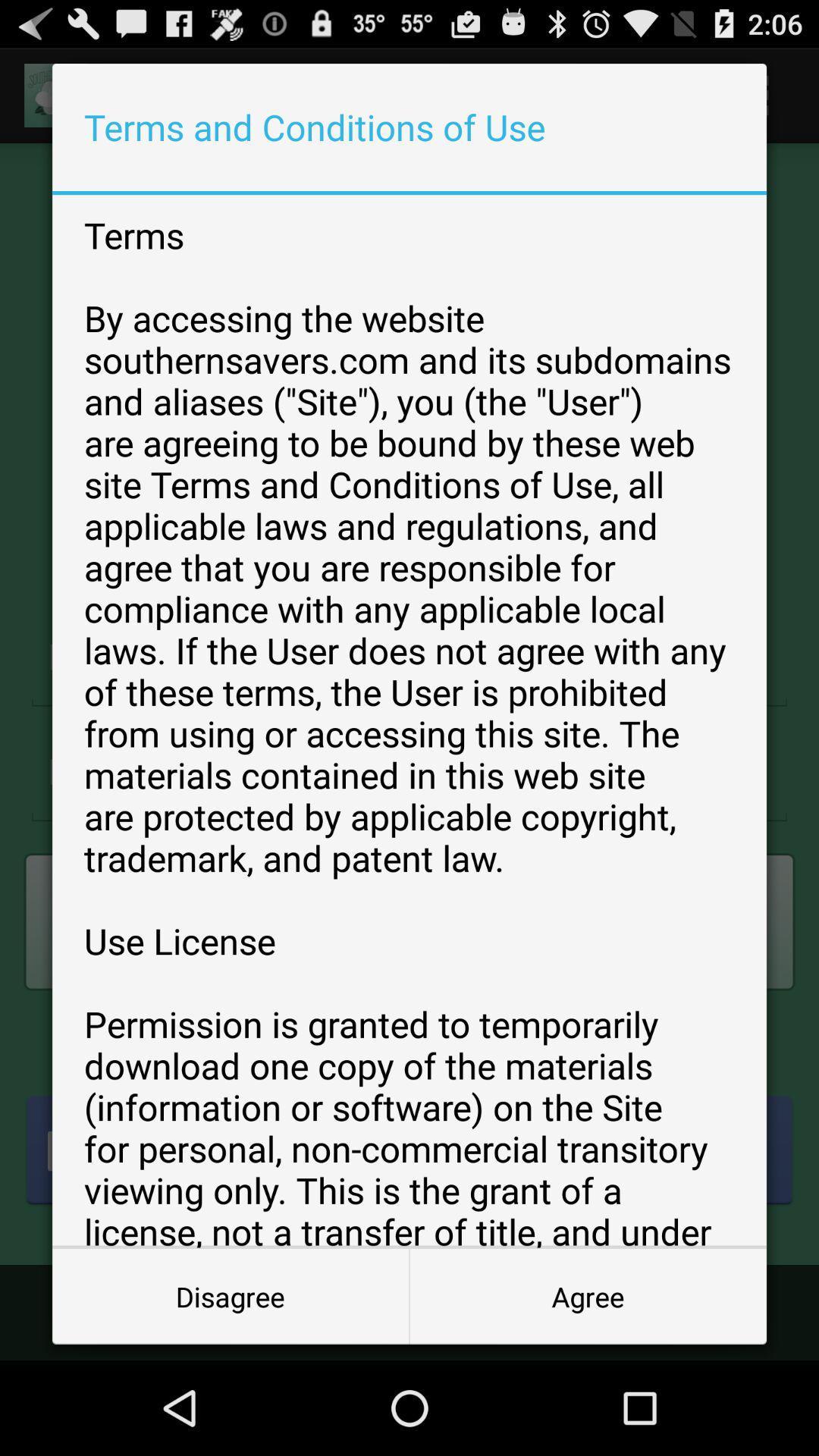 The height and width of the screenshot is (1456, 819). I want to click on the icon next to the disagree icon, so click(587, 1295).